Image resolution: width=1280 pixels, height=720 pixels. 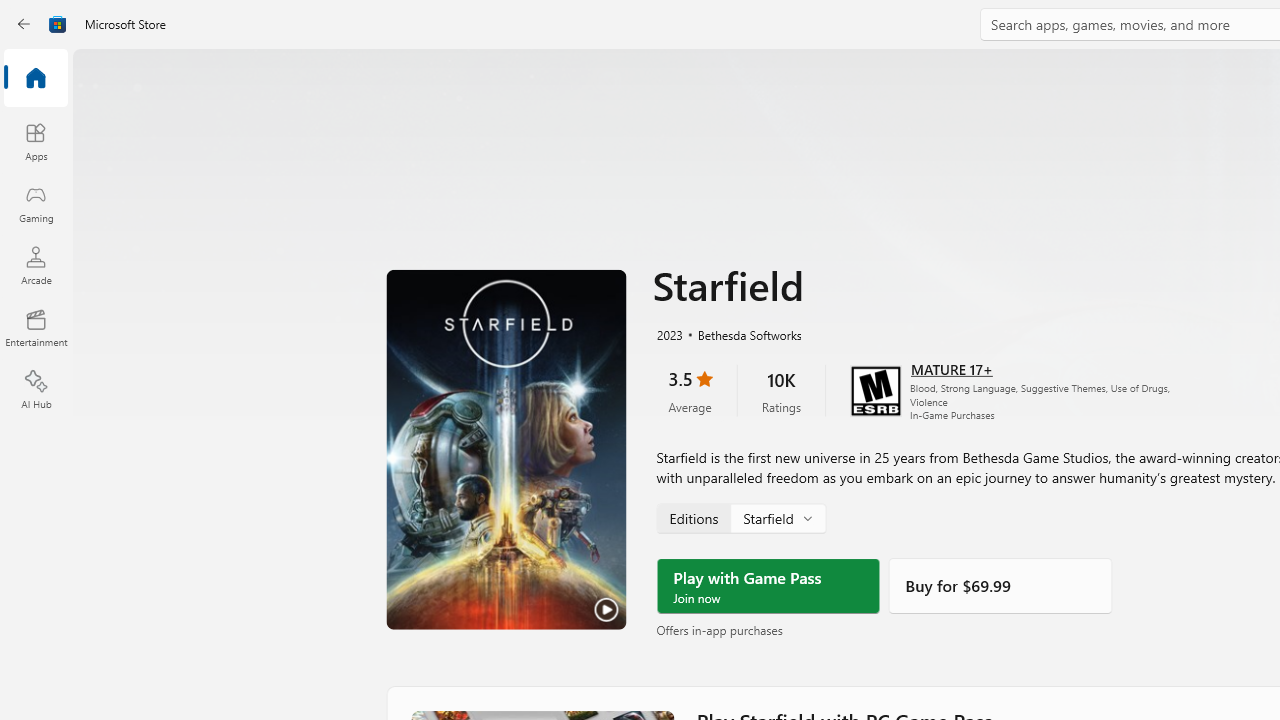 I want to click on '3.5 stars. Click to skip to ratings and reviews', so click(x=689, y=389).